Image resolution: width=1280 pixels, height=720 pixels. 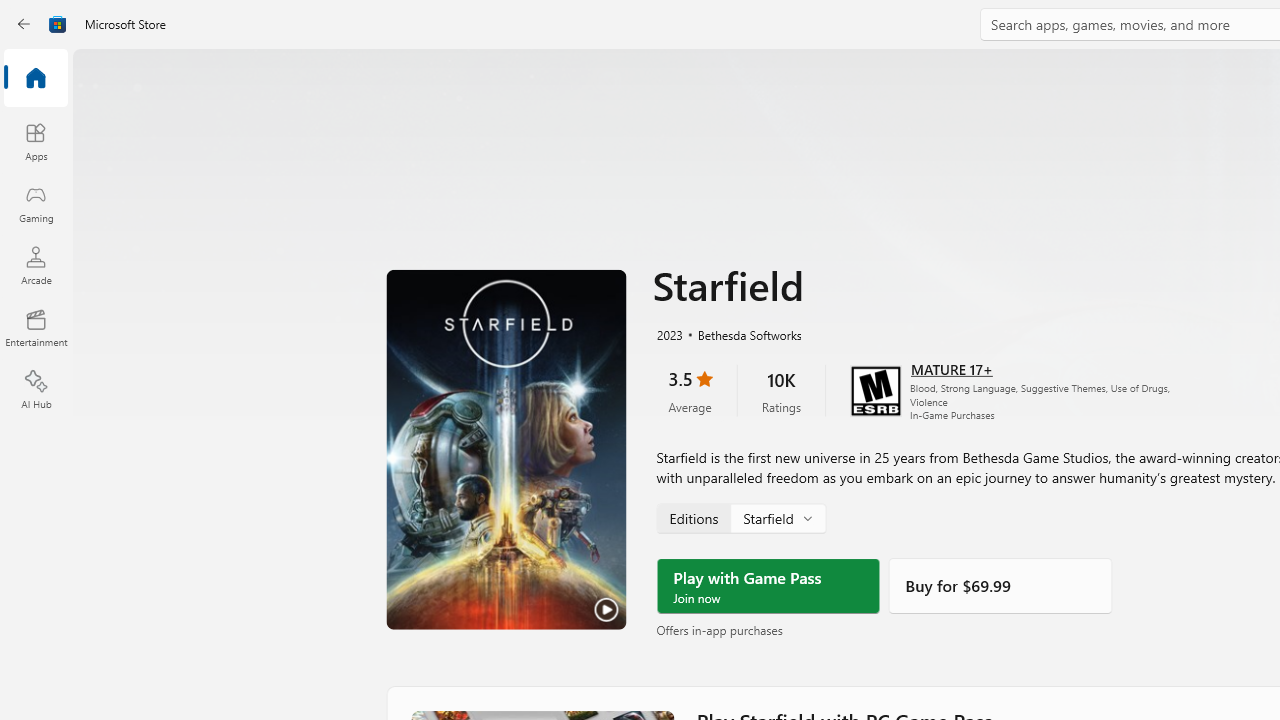 I want to click on '3.5 stars. Click to skip to ratings and reviews', so click(x=689, y=389).